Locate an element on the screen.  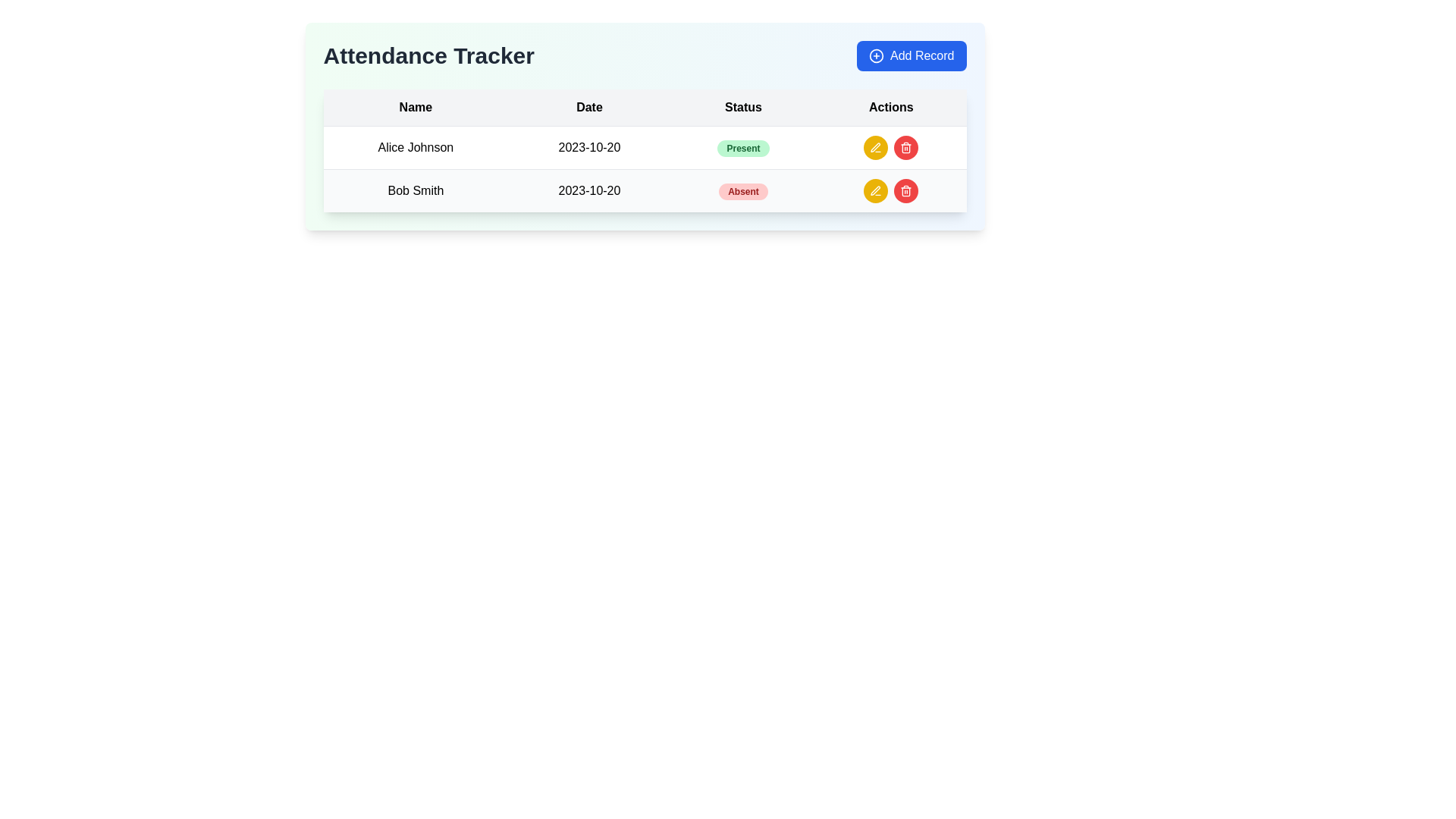
the edit button located in the 'Actions' column of the second row in the table to change its background color is located at coordinates (876, 190).